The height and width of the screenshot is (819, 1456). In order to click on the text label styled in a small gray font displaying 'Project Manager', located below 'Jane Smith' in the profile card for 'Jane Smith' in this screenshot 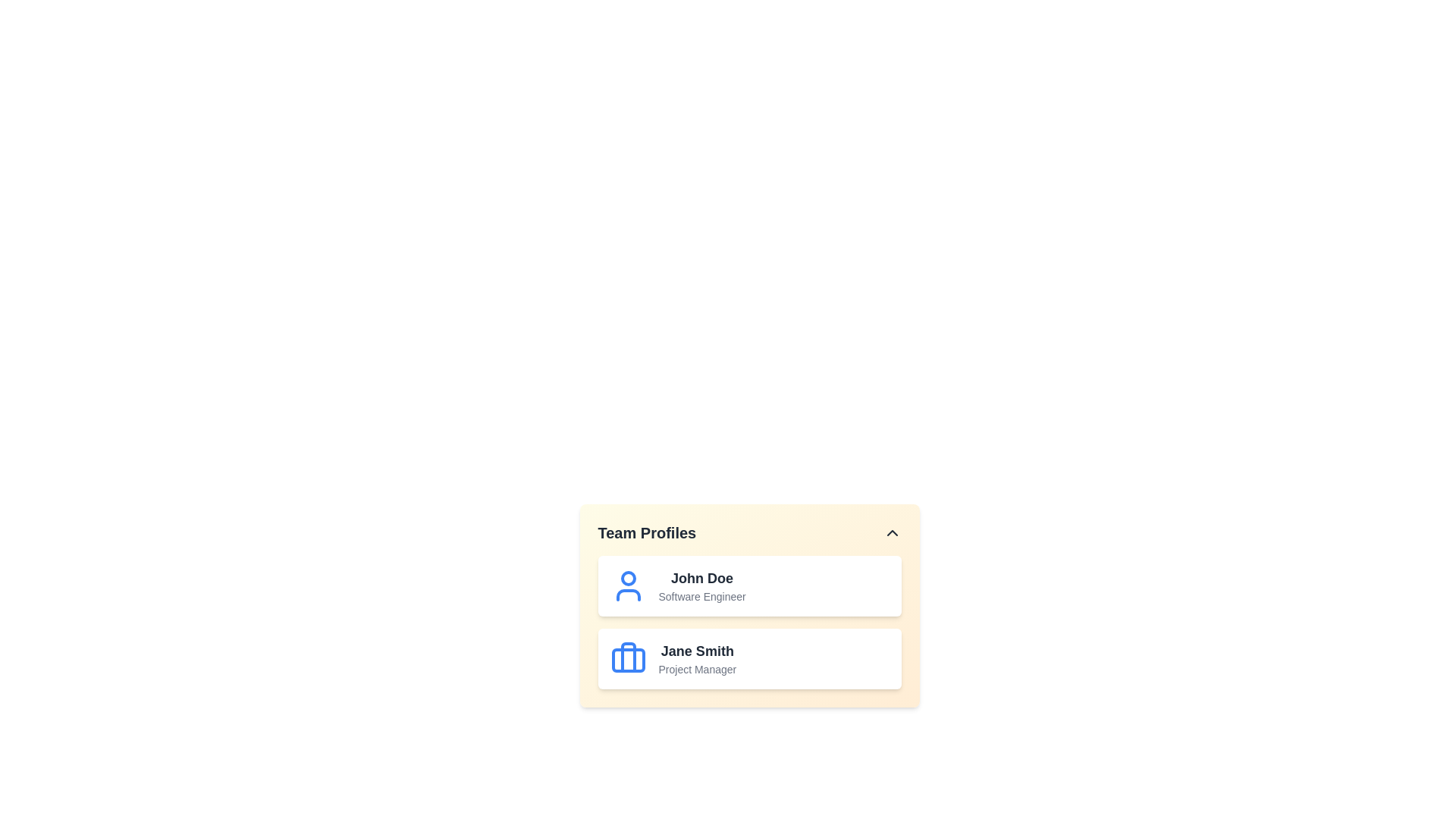, I will do `click(696, 669)`.